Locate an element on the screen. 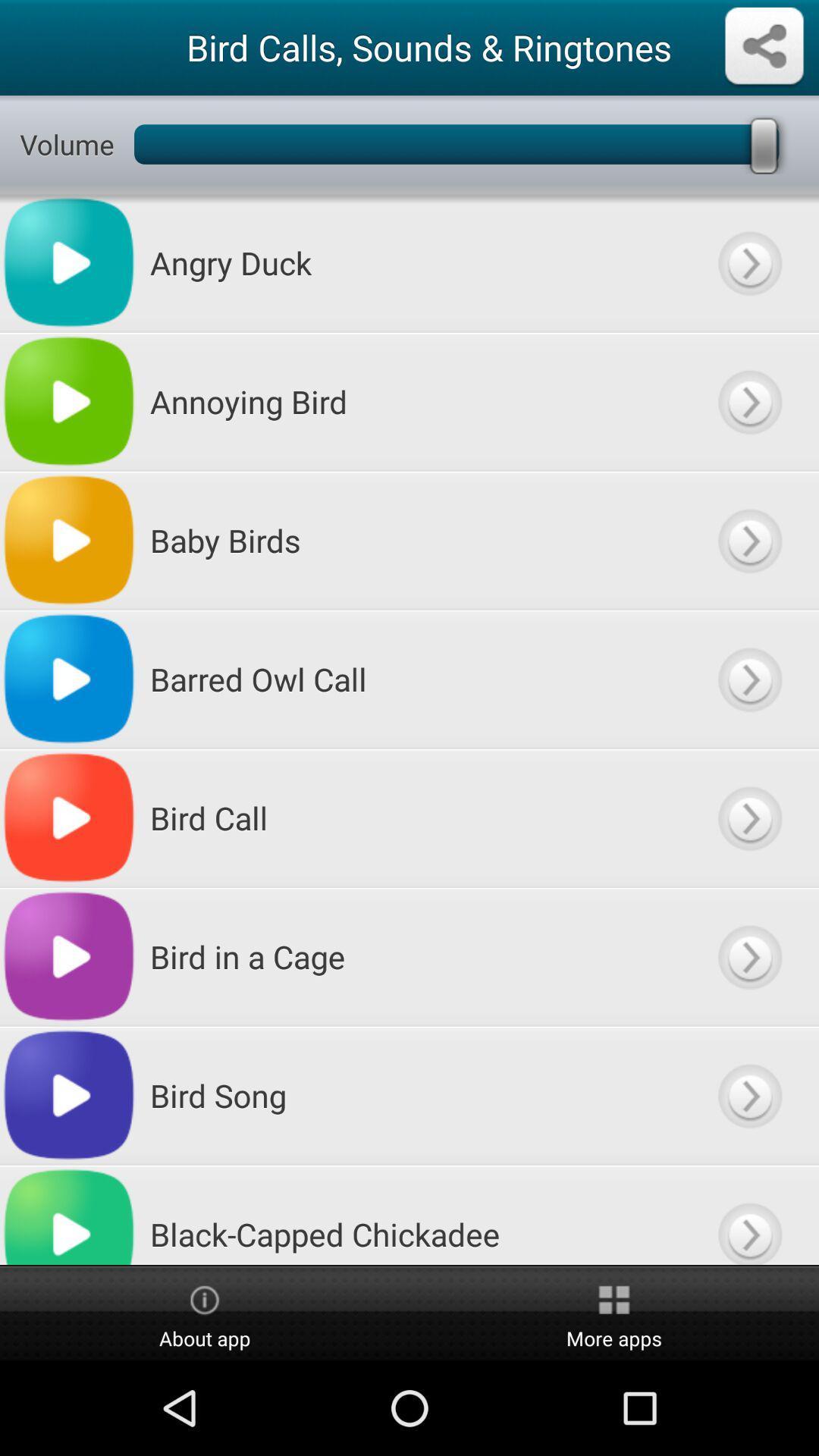 The image size is (819, 1456). sound is located at coordinates (748, 1095).